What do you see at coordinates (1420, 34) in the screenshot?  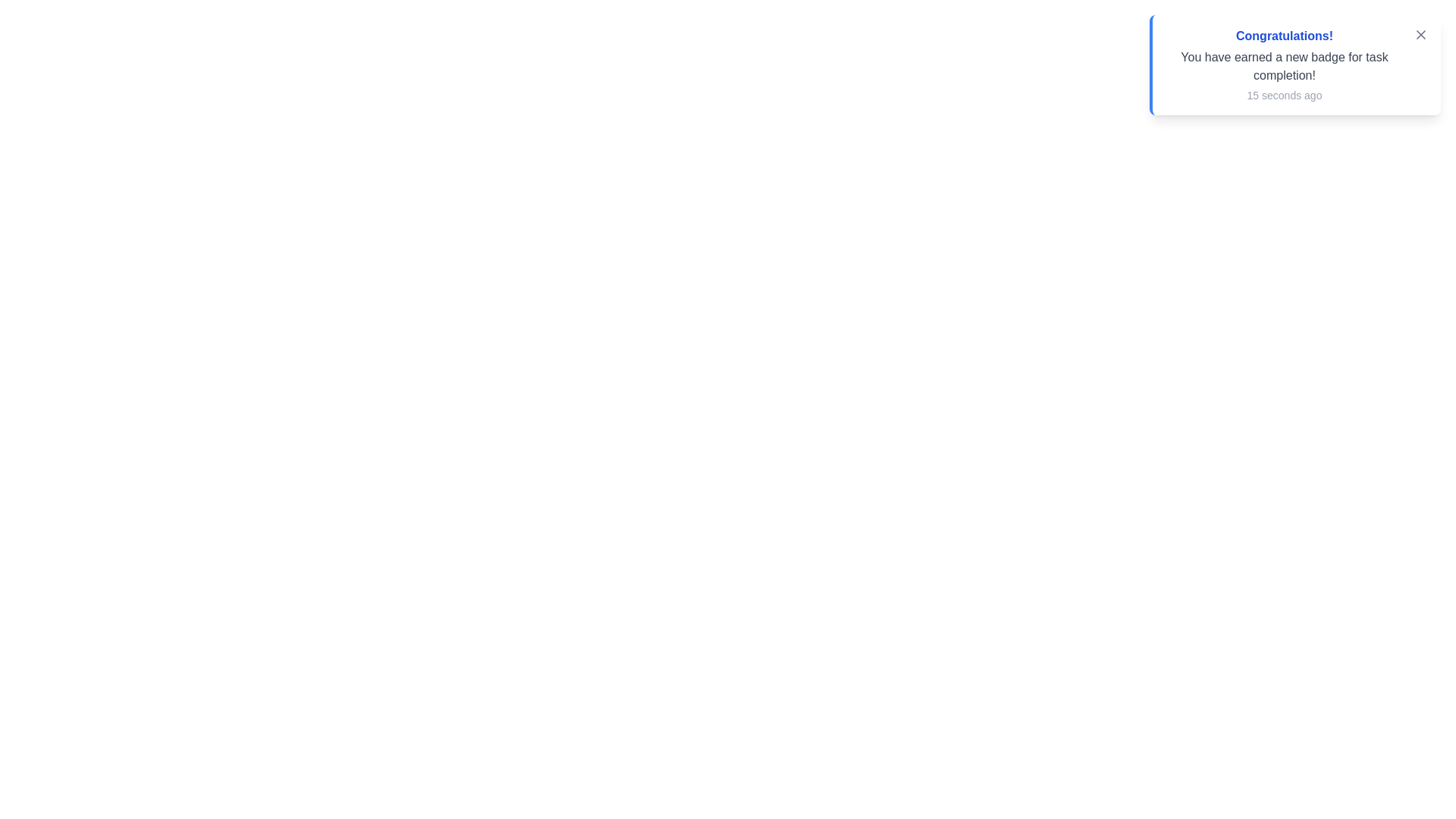 I see `the close button of the notification to dismiss it` at bounding box center [1420, 34].